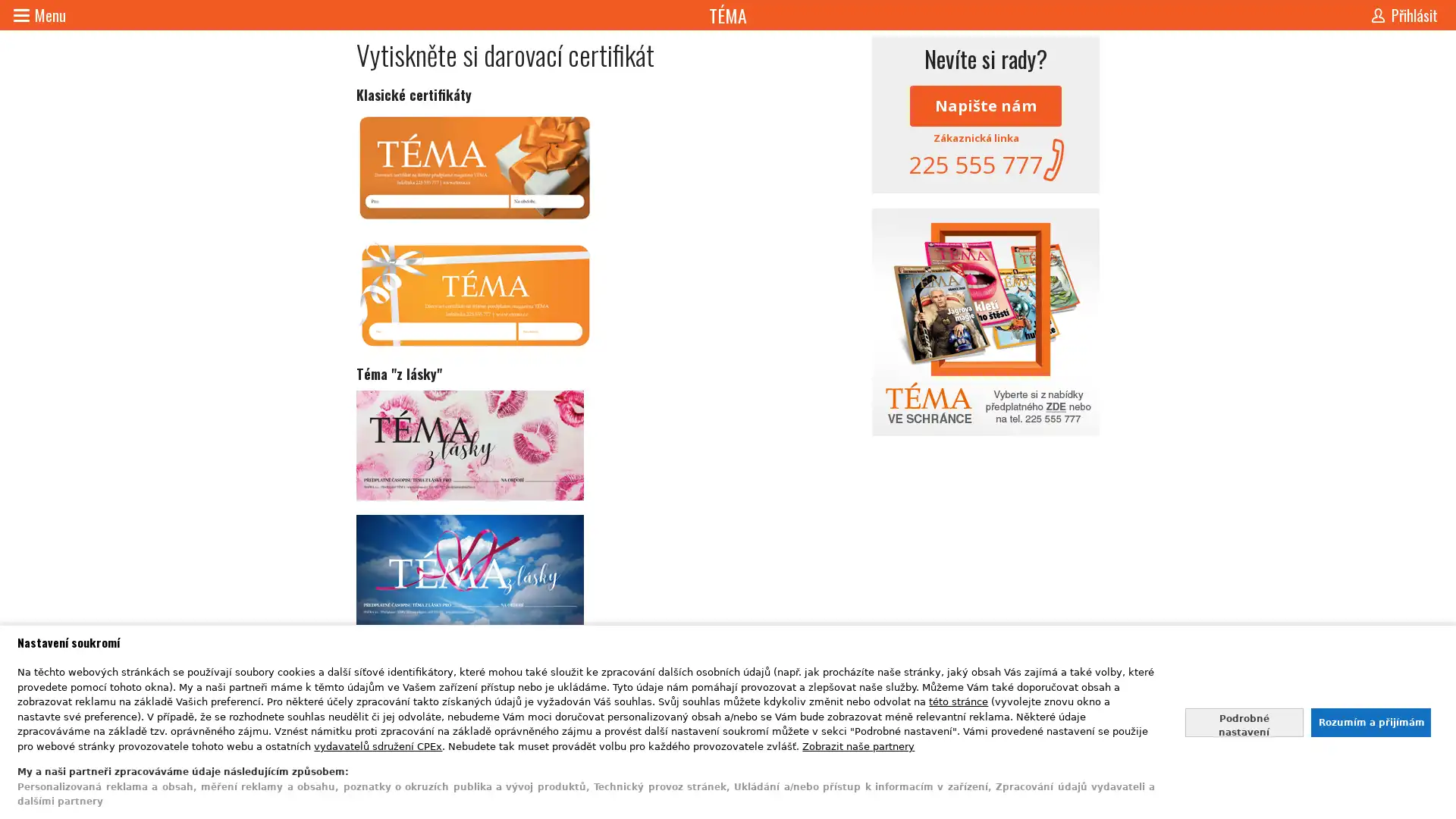 Image resolution: width=1456 pixels, height=819 pixels. What do you see at coordinates (1370, 721) in the screenshot?
I see `Souhlasit s nasim zpracovanim udaju a zavrit` at bounding box center [1370, 721].